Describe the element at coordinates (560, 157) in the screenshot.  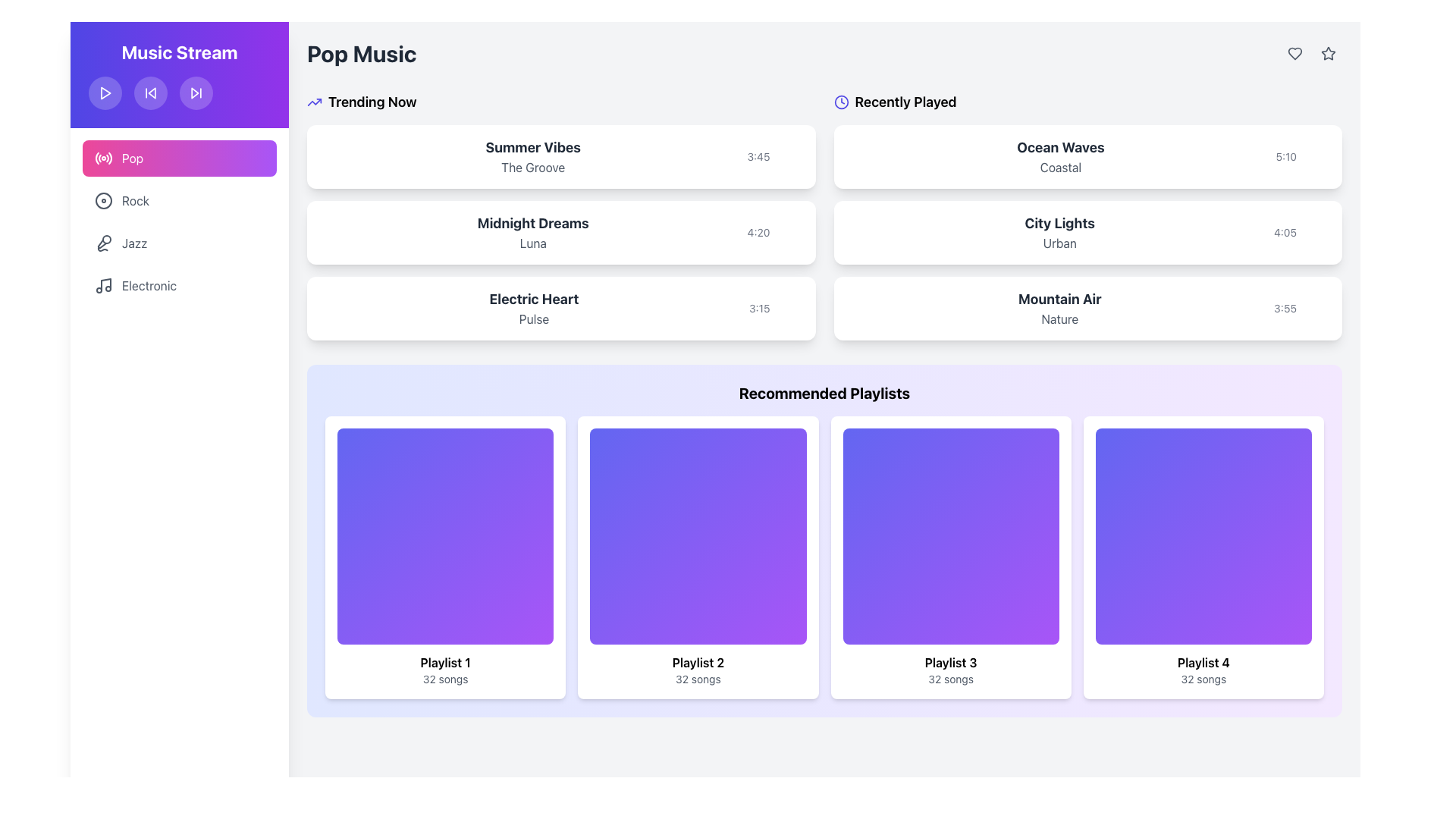
I see `to select the music card showcasing a track in the 'Trending Now' section under 'Pop Music'` at that location.